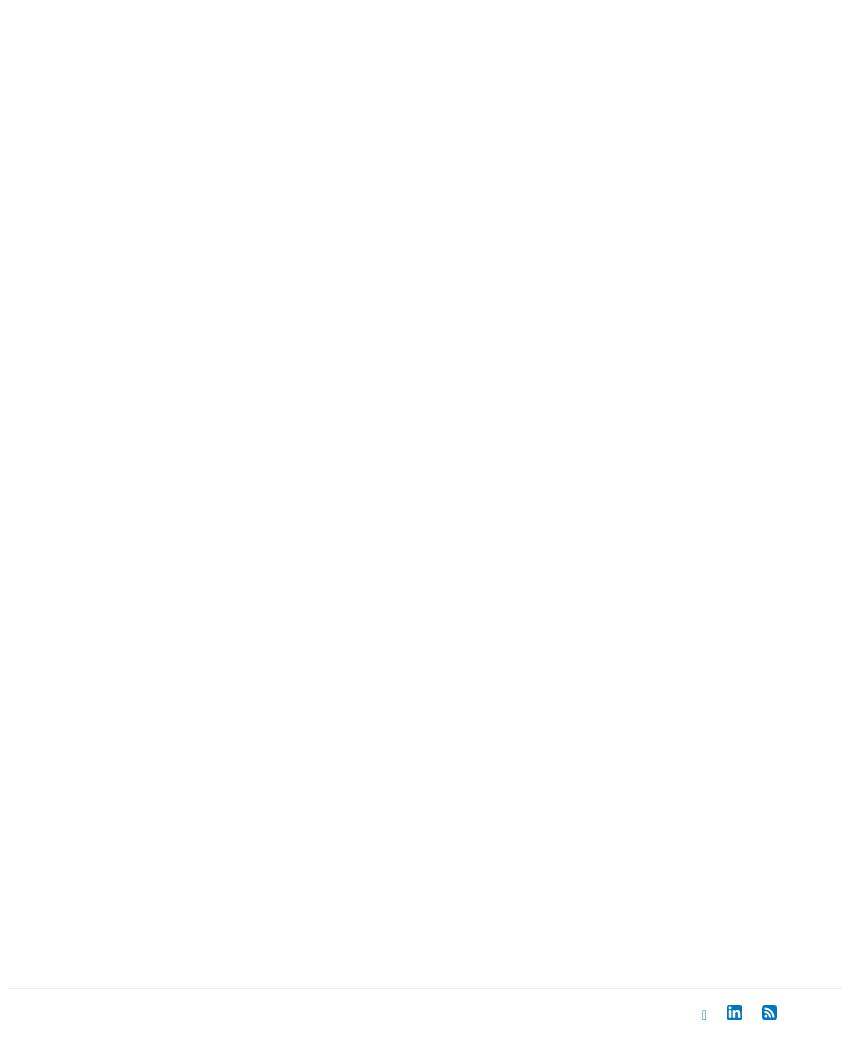  I want to click on 'January 2006', so click(136, 607).